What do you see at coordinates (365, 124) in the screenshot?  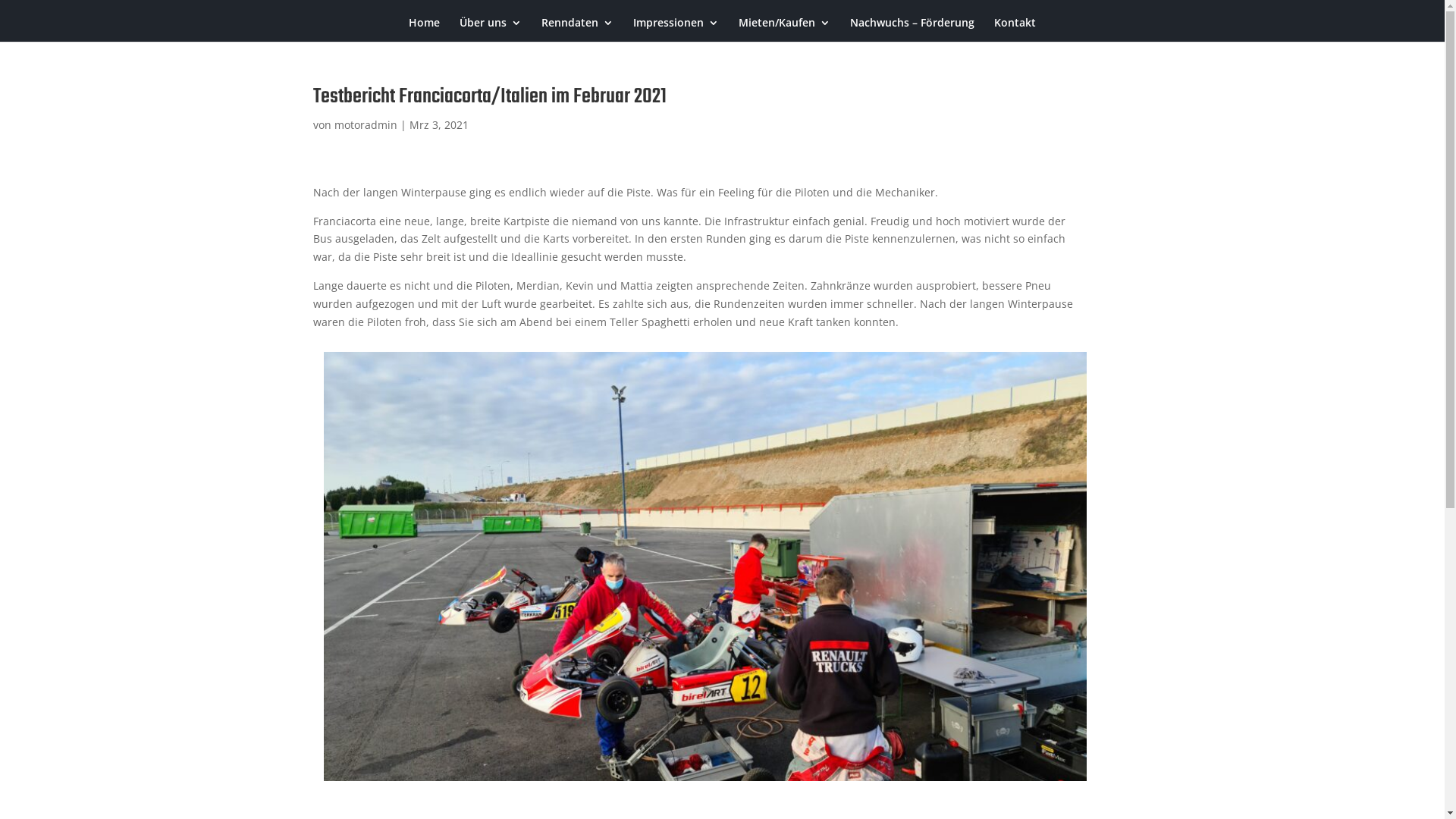 I see `'motoradmin'` at bounding box center [365, 124].